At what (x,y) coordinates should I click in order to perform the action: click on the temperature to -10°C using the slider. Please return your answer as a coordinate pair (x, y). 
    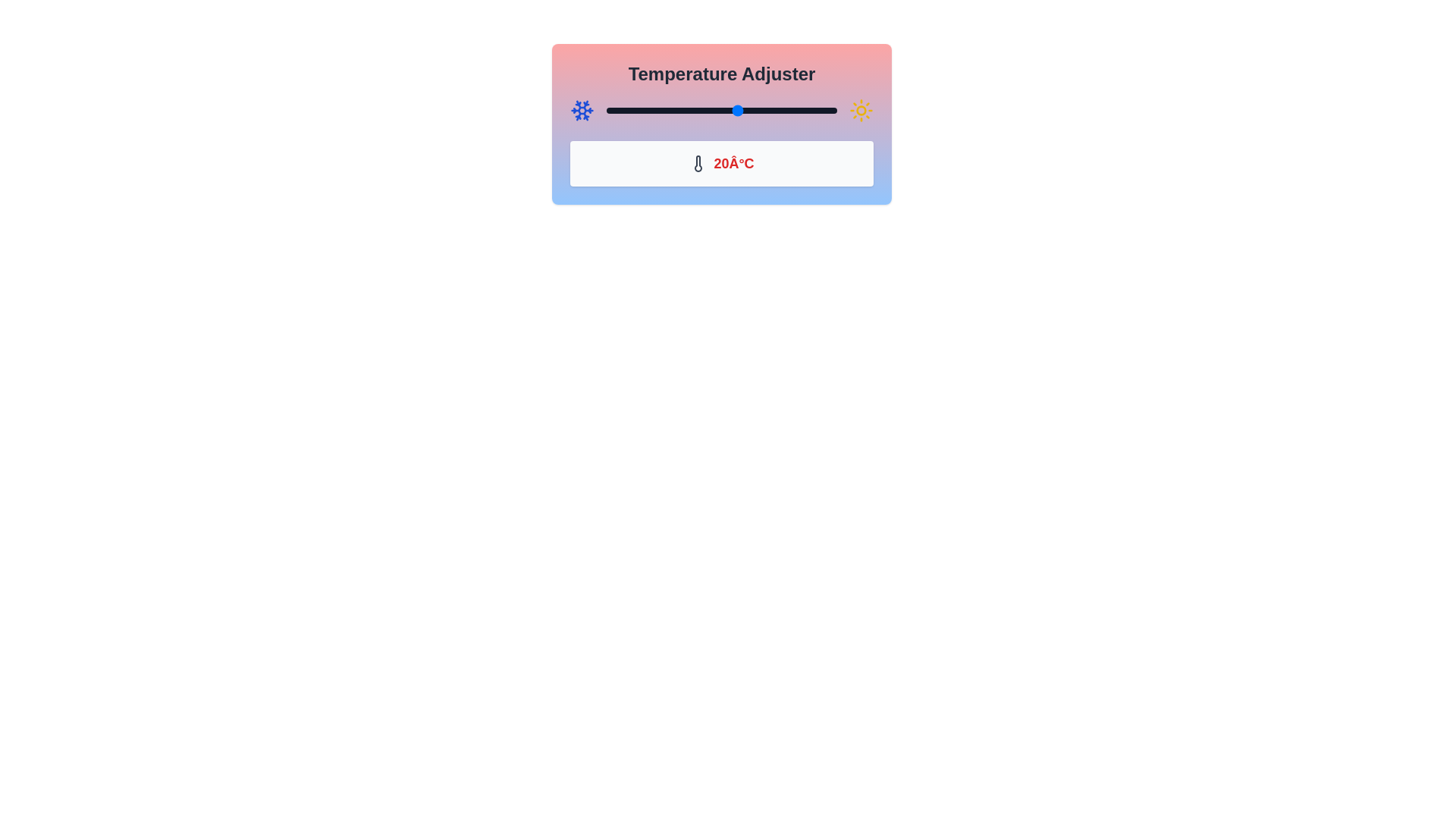
    Looking at the image, I should click on (639, 110).